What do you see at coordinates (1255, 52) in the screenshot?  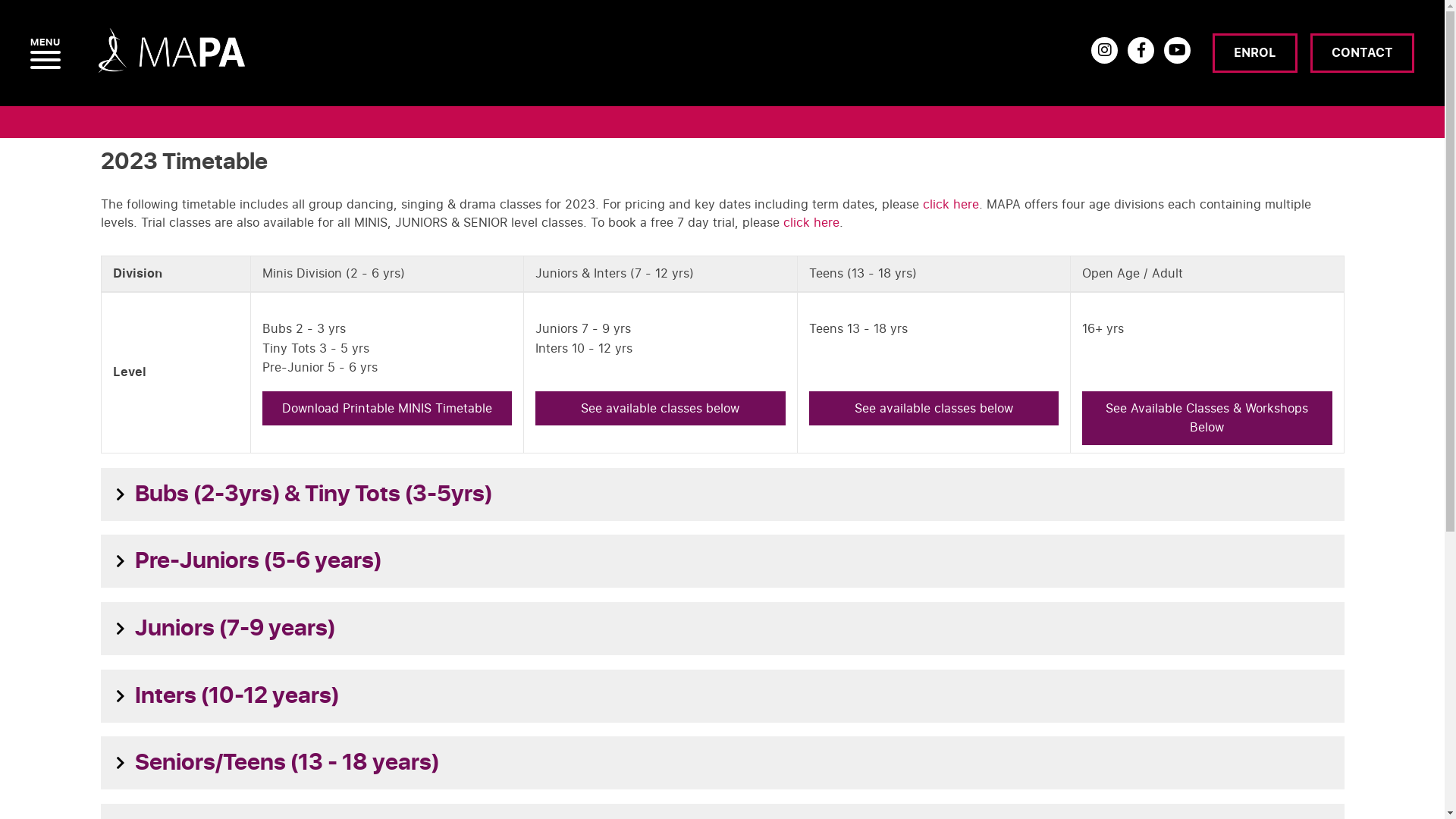 I see `'ENROL'` at bounding box center [1255, 52].